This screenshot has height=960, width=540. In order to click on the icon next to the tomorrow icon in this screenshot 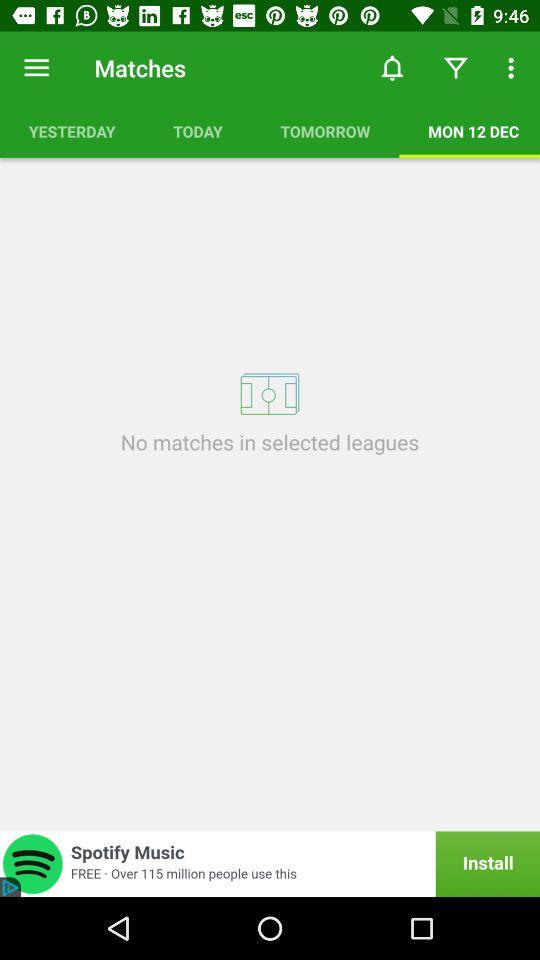, I will do `click(198, 130)`.